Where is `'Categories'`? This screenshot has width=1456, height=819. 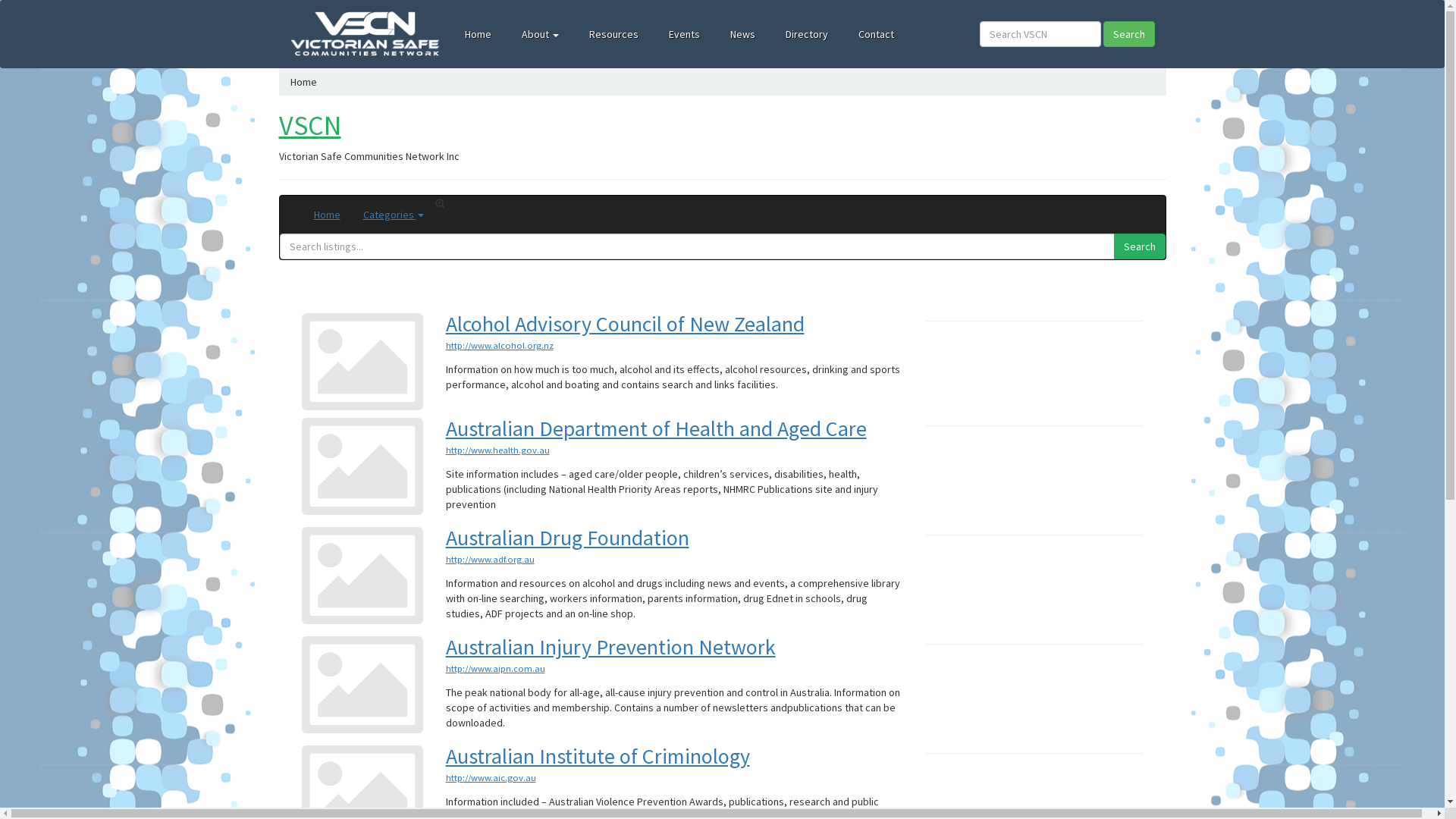 'Categories' is located at coordinates (393, 214).